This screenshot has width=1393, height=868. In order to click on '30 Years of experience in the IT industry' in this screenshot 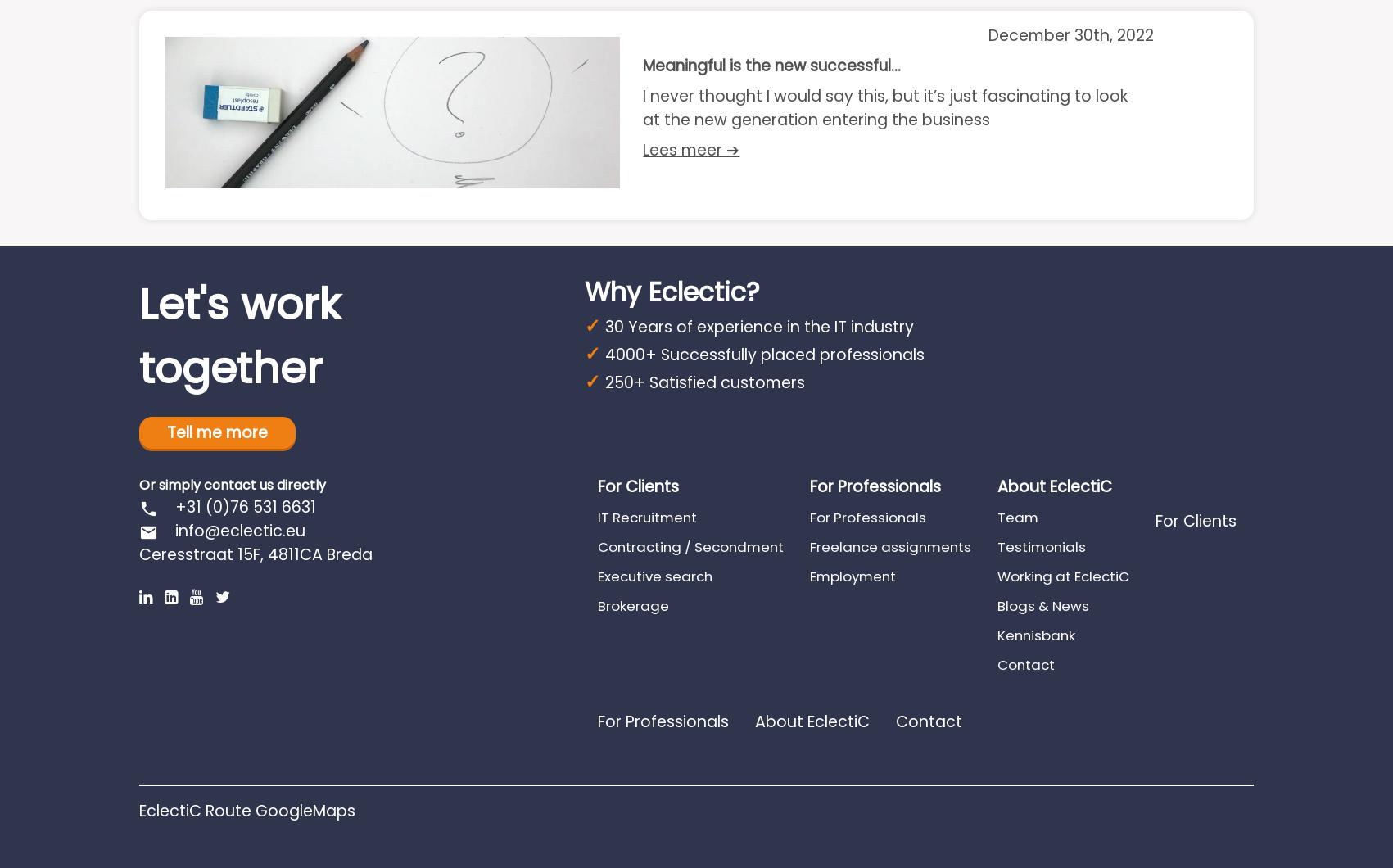, I will do `click(758, 326)`.